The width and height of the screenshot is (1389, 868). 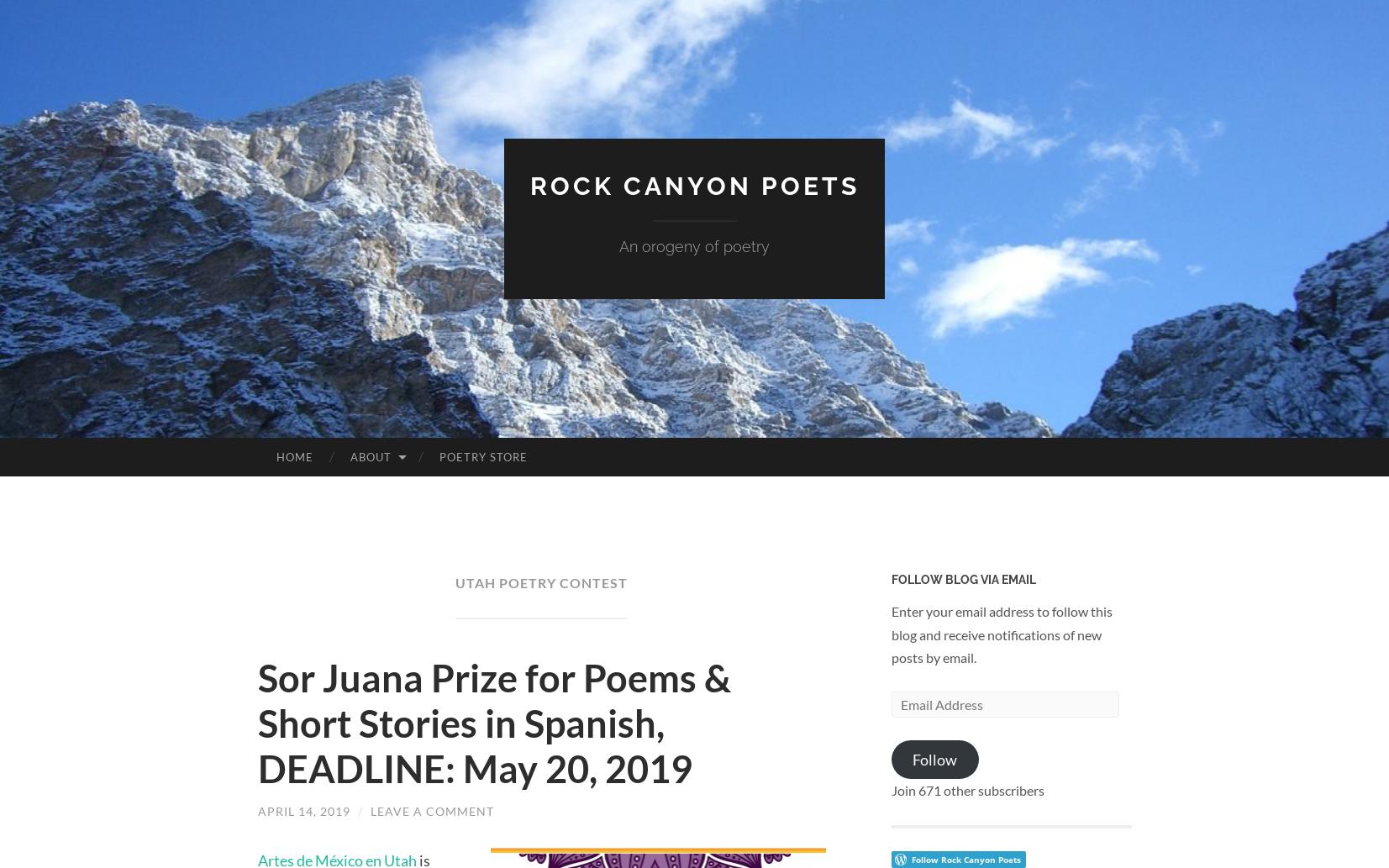 What do you see at coordinates (255, 810) in the screenshot?
I see `'April 14, 2019'` at bounding box center [255, 810].